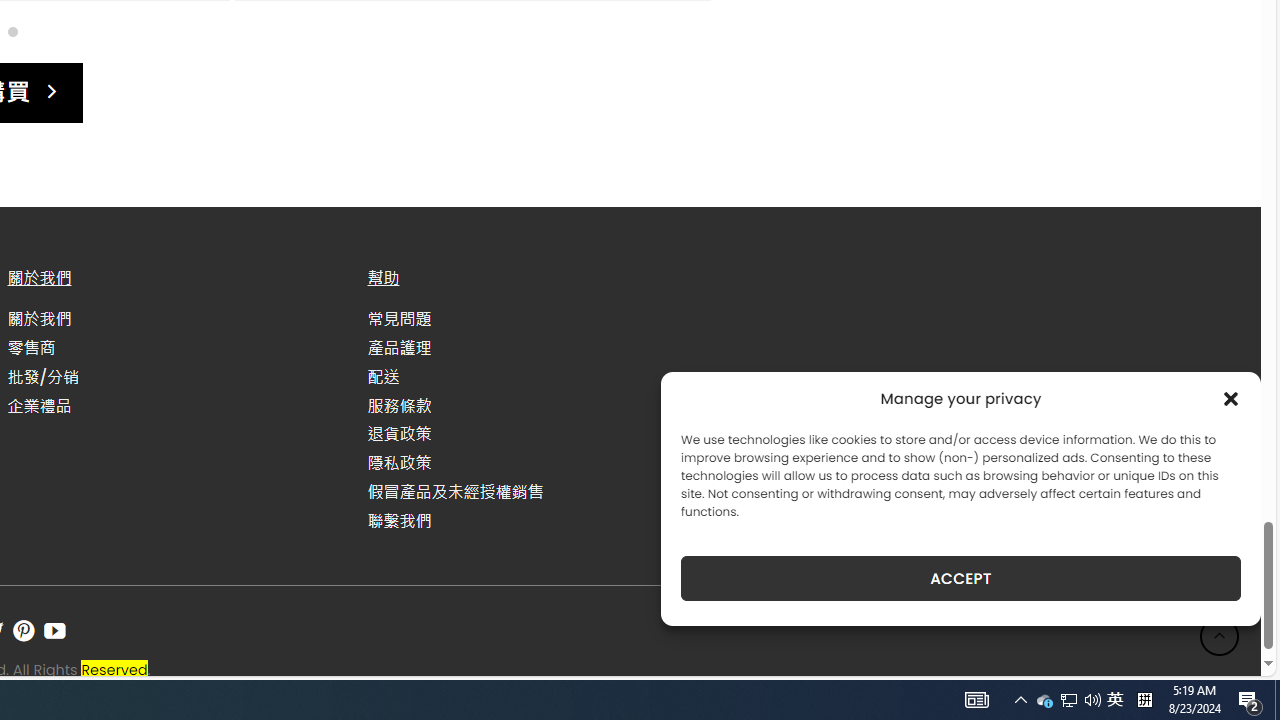 This screenshot has width=1280, height=720. I want to click on 'Go to top', so click(1219, 636).